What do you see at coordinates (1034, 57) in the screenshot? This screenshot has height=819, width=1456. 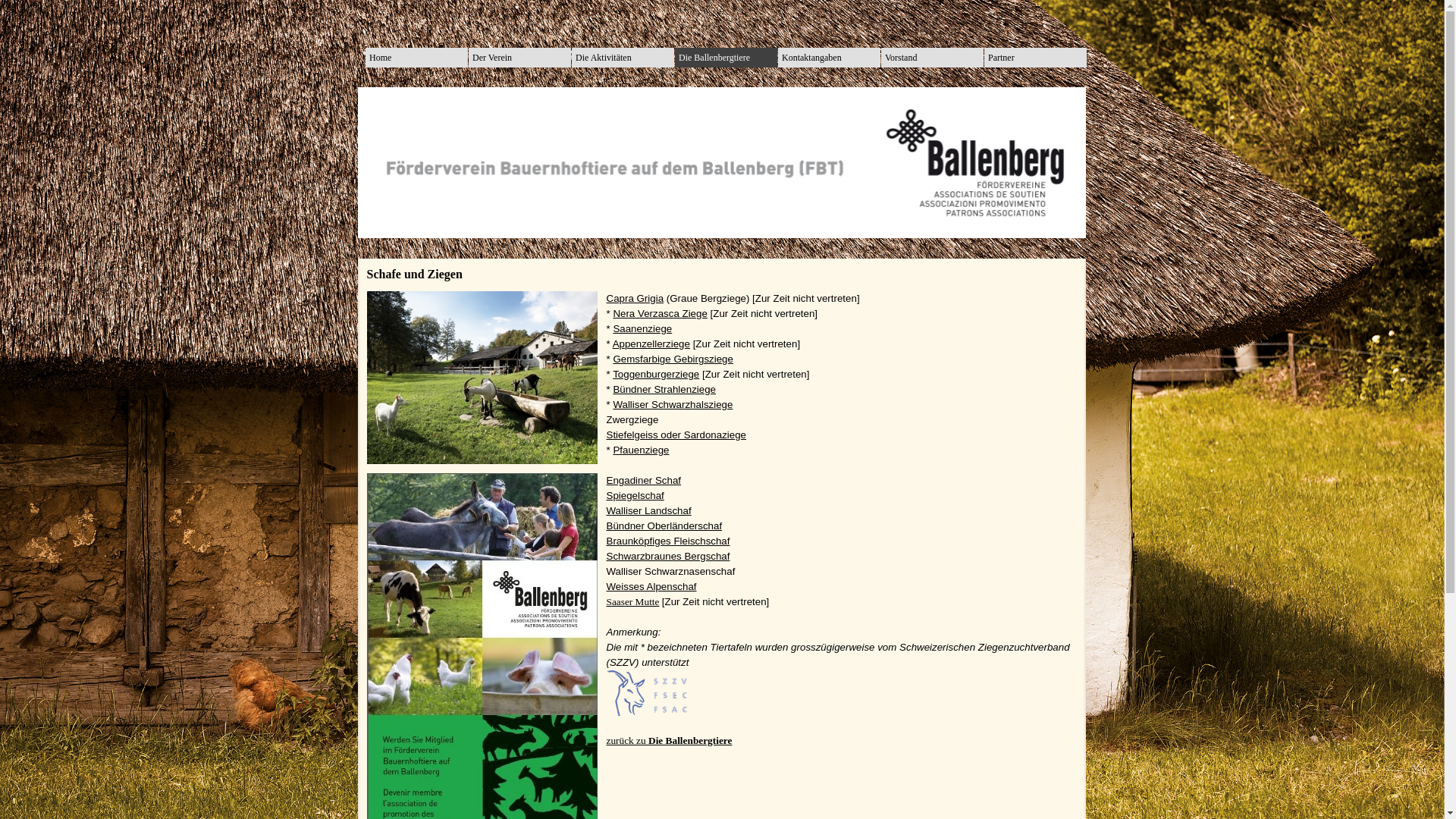 I see `'Partner'` at bounding box center [1034, 57].